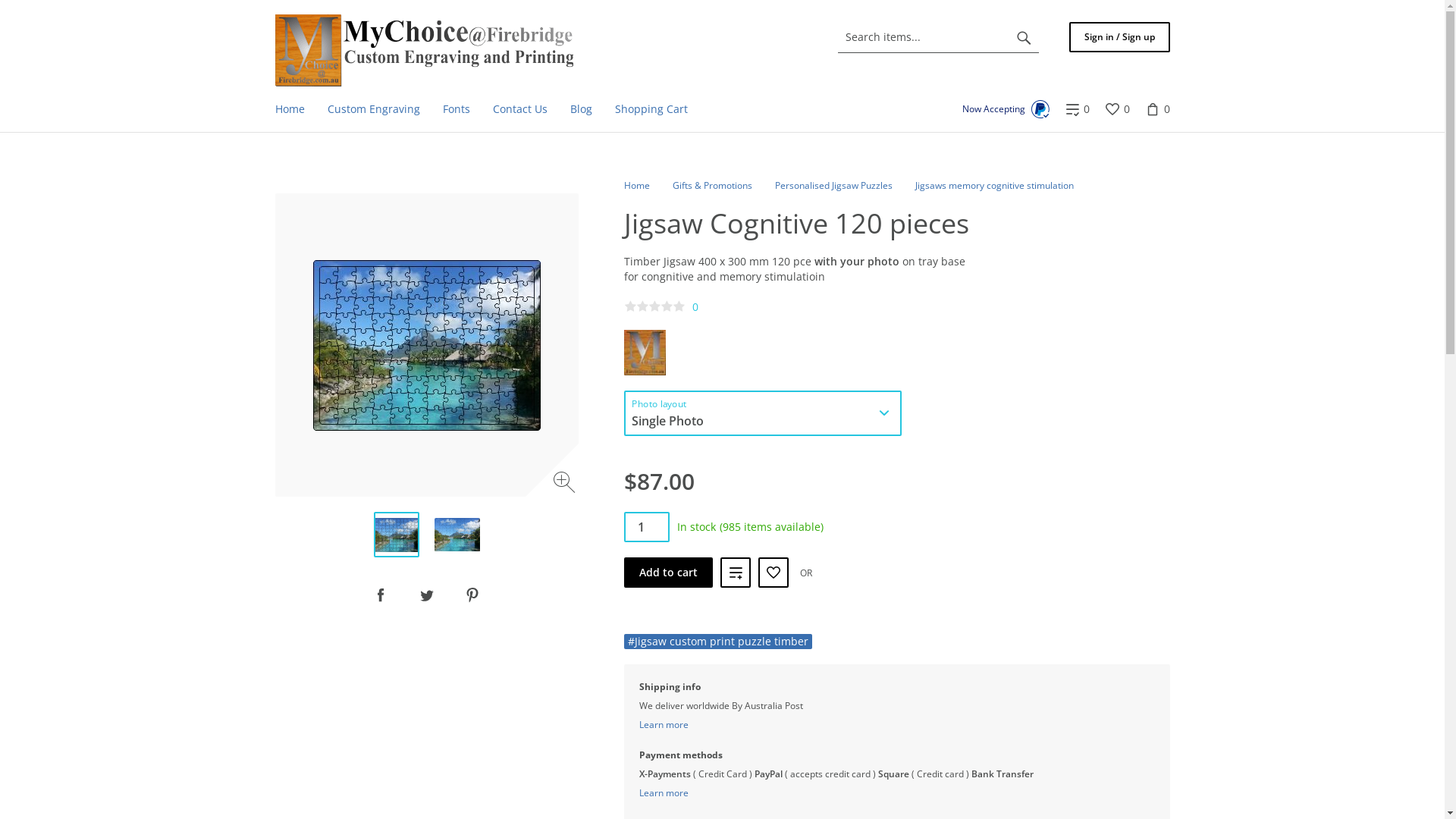 This screenshot has height=819, width=1456. What do you see at coordinates (667, 573) in the screenshot?
I see `'Add to cart'` at bounding box center [667, 573].